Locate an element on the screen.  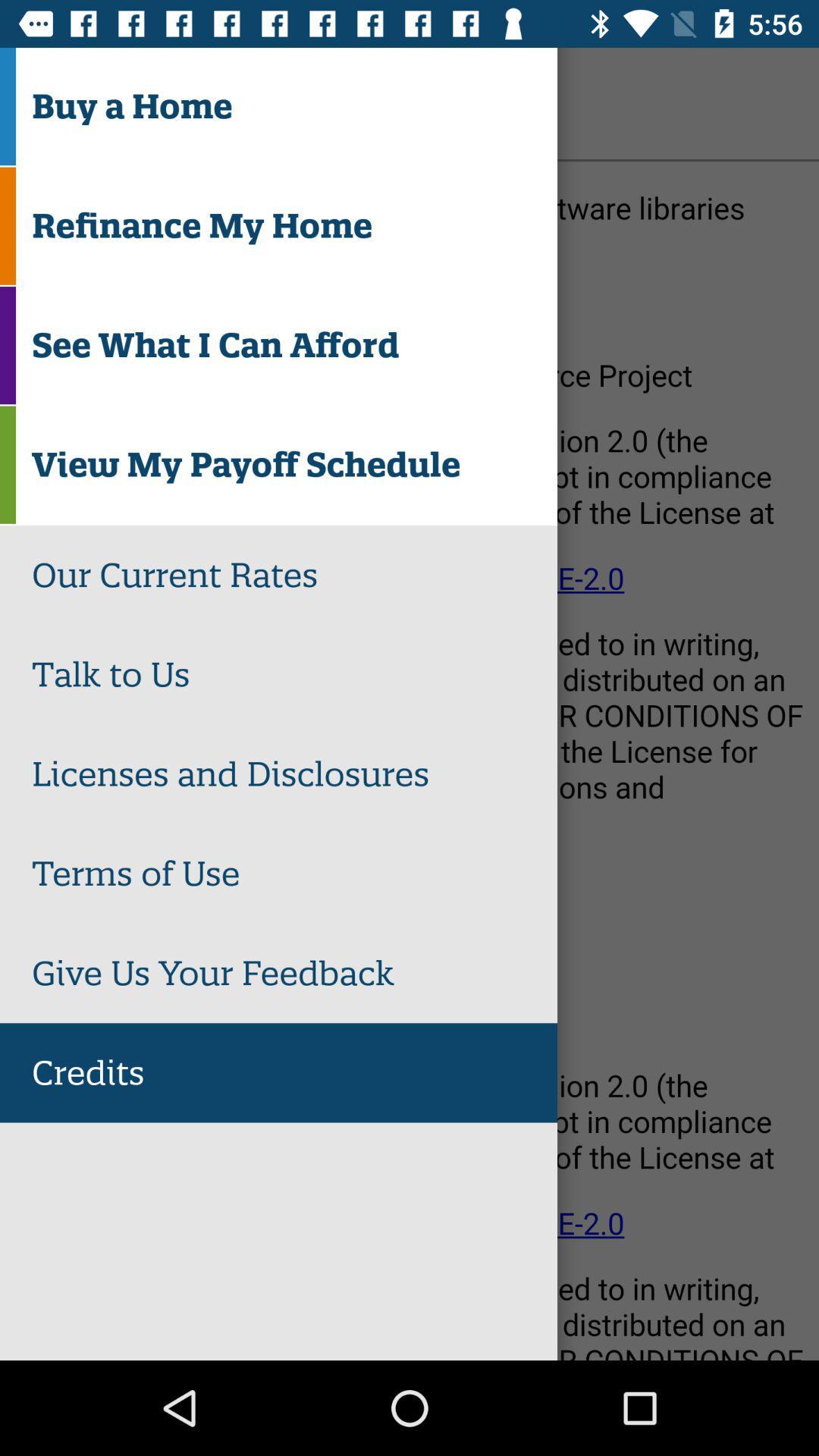
item below talk to us is located at coordinates (294, 774).